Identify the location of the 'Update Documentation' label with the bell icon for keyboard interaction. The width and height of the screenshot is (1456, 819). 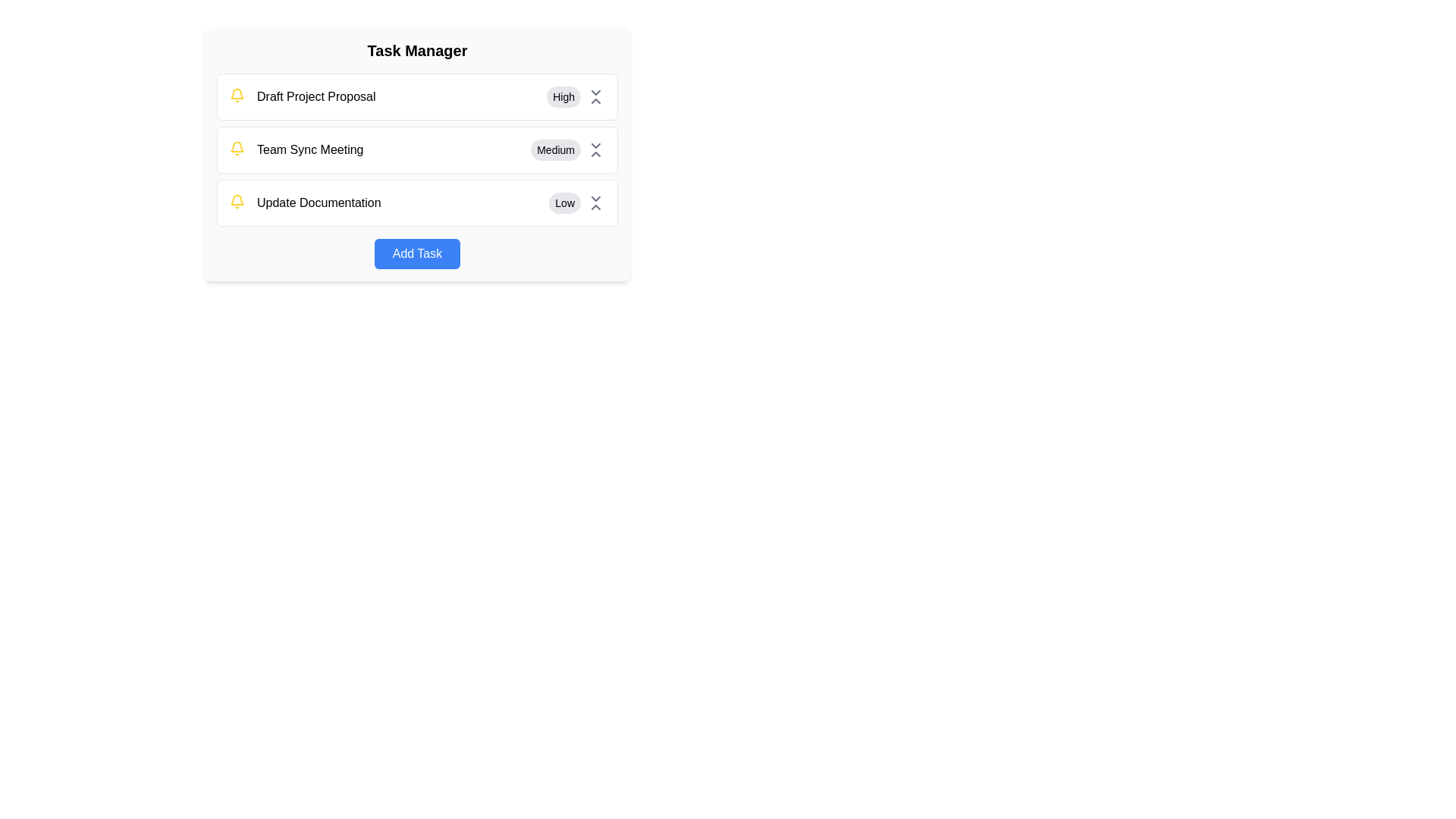
(304, 202).